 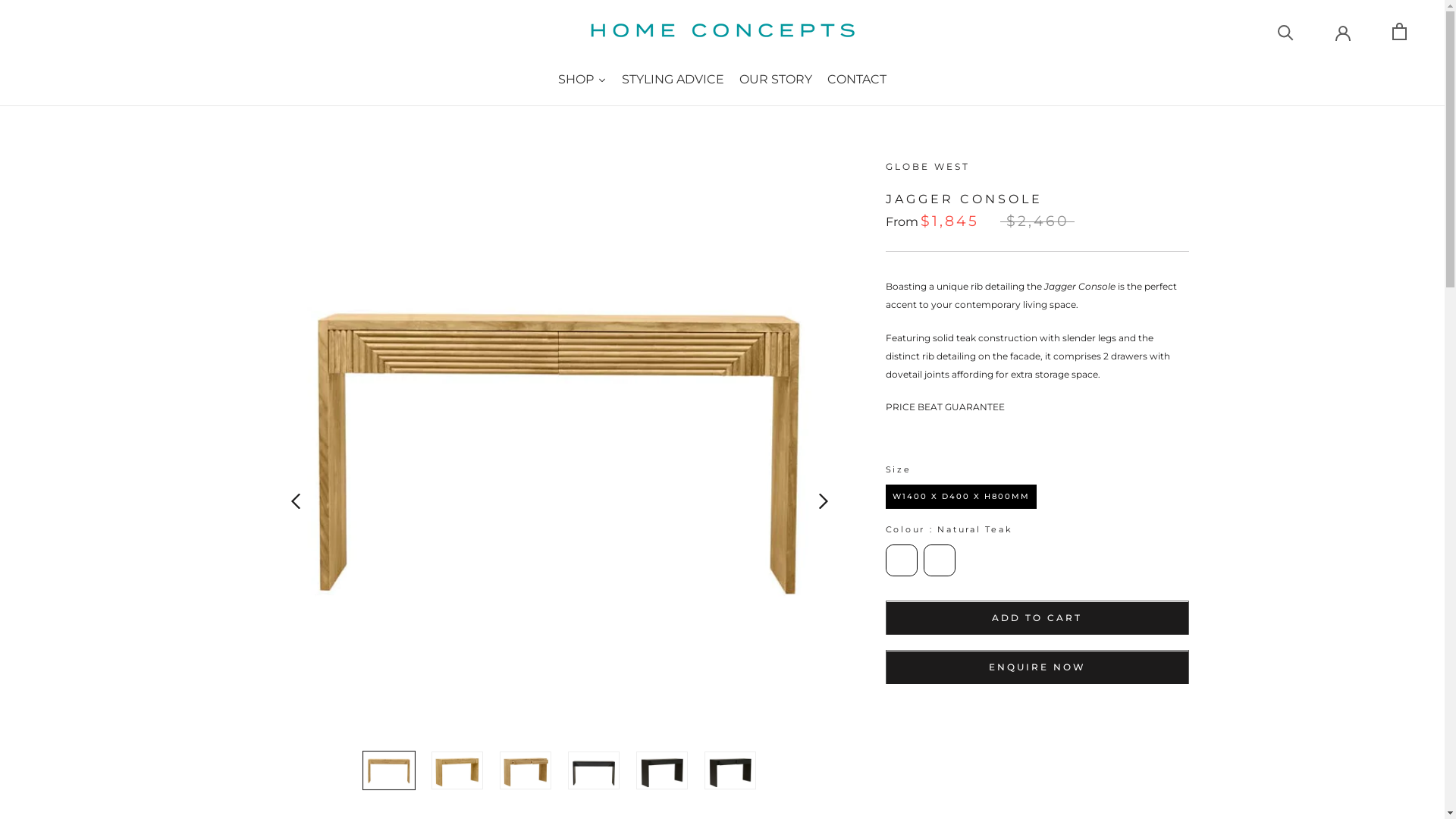 I want to click on 'STYLING ADVICE', so click(x=672, y=79).